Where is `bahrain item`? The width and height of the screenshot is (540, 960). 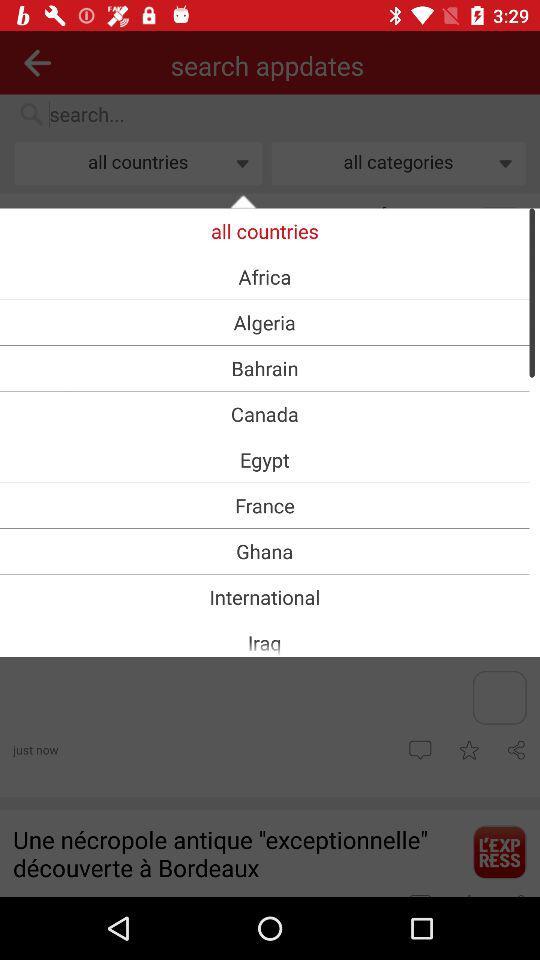 bahrain item is located at coordinates (264, 367).